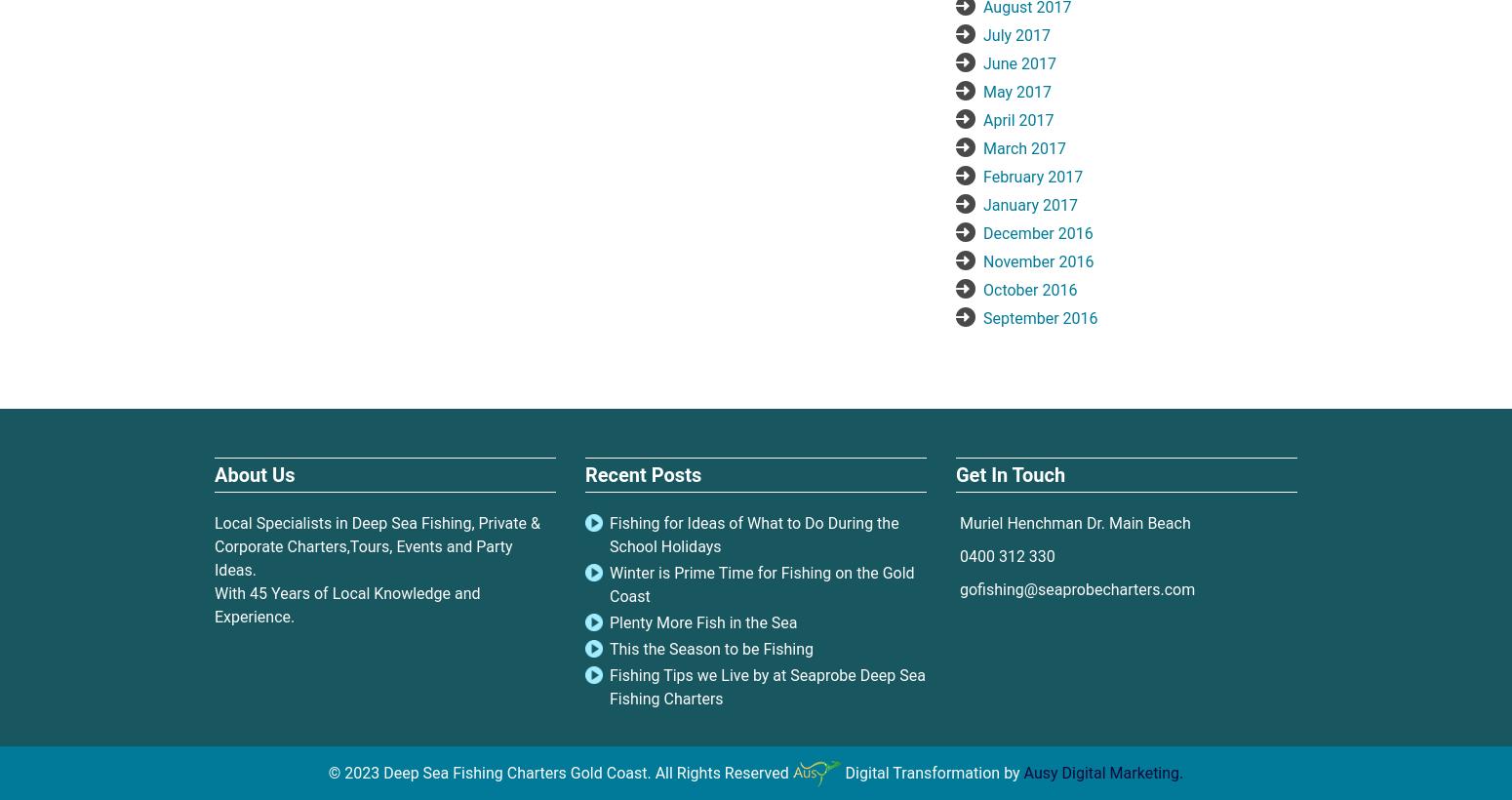 The height and width of the screenshot is (800, 1512). What do you see at coordinates (1072, 521) in the screenshot?
I see `'Muriel Henchman Dr. Main Beach'` at bounding box center [1072, 521].